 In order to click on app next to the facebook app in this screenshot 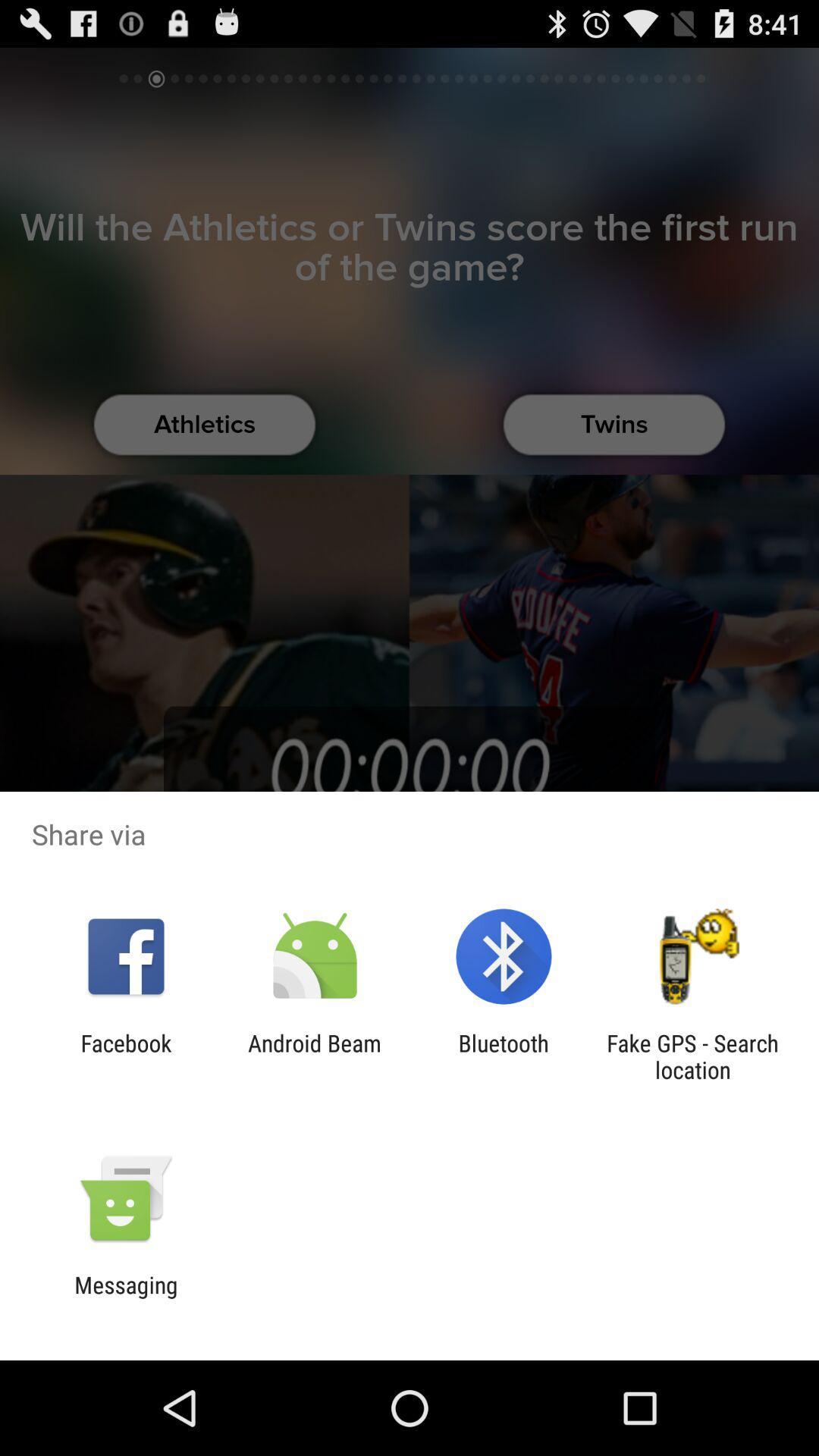, I will do `click(314, 1056)`.